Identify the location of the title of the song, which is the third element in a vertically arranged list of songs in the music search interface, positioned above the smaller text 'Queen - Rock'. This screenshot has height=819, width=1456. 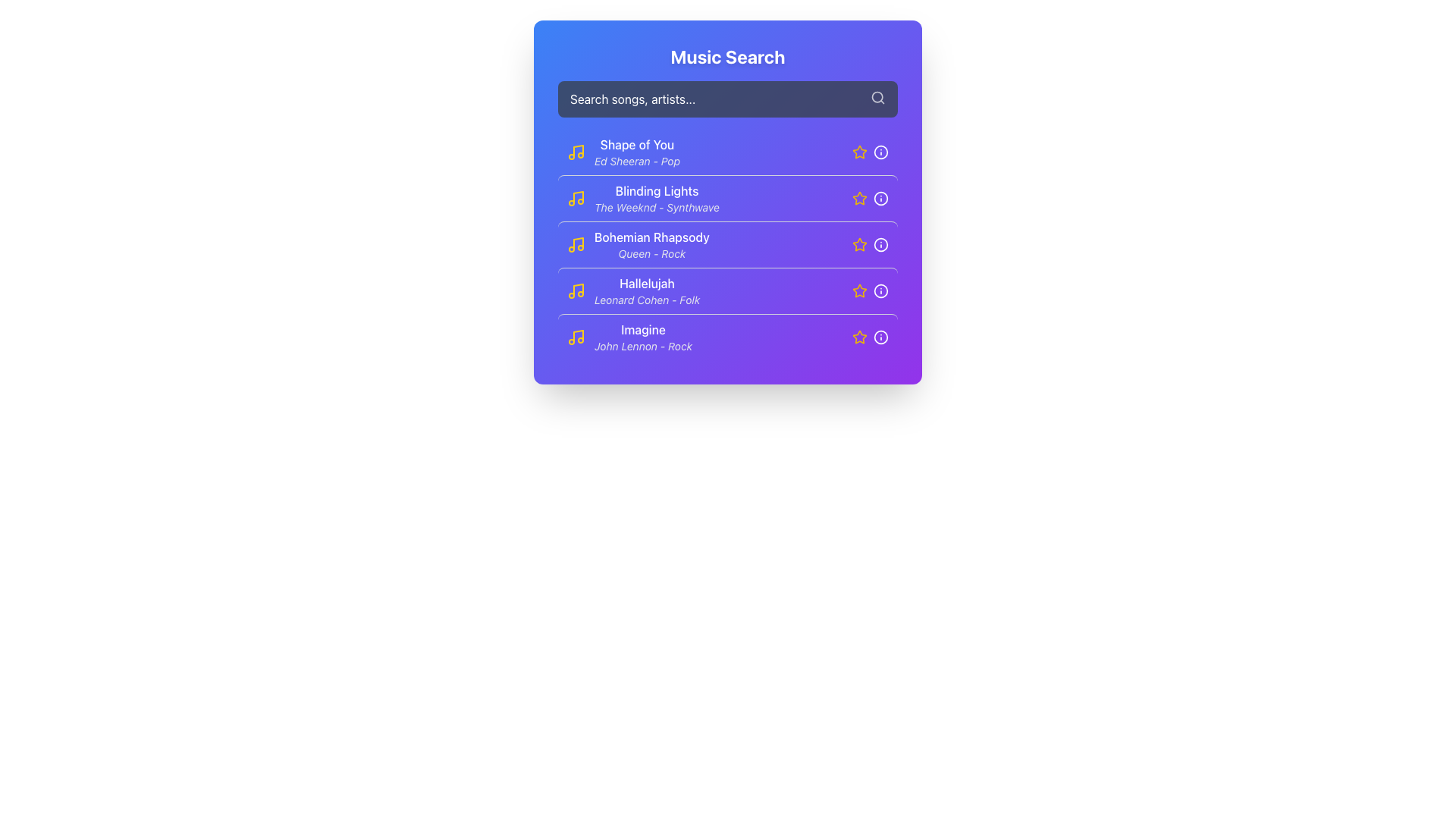
(651, 237).